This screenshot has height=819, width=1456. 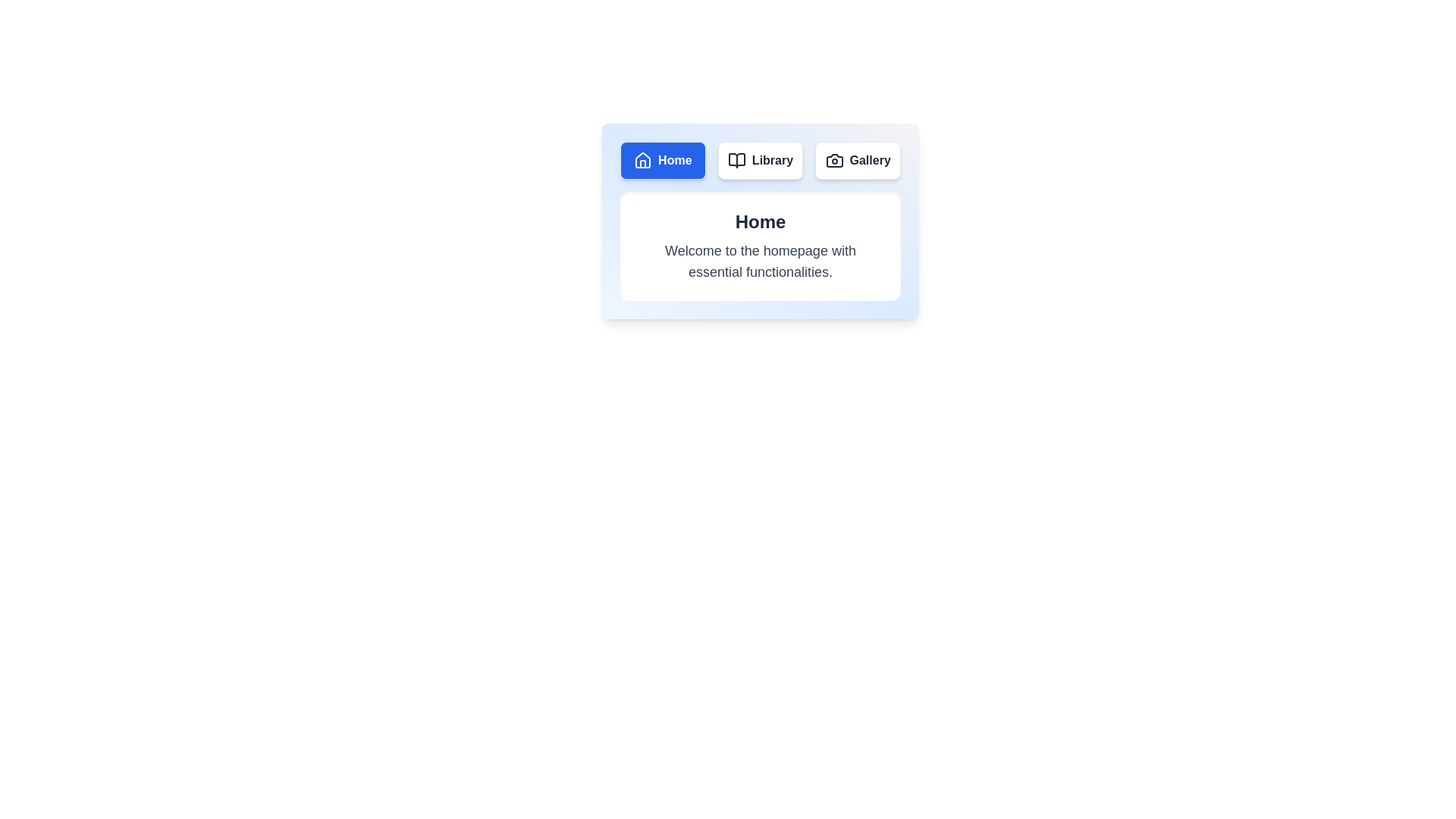 What do you see at coordinates (663, 161) in the screenshot?
I see `the Home tab to display its content` at bounding box center [663, 161].